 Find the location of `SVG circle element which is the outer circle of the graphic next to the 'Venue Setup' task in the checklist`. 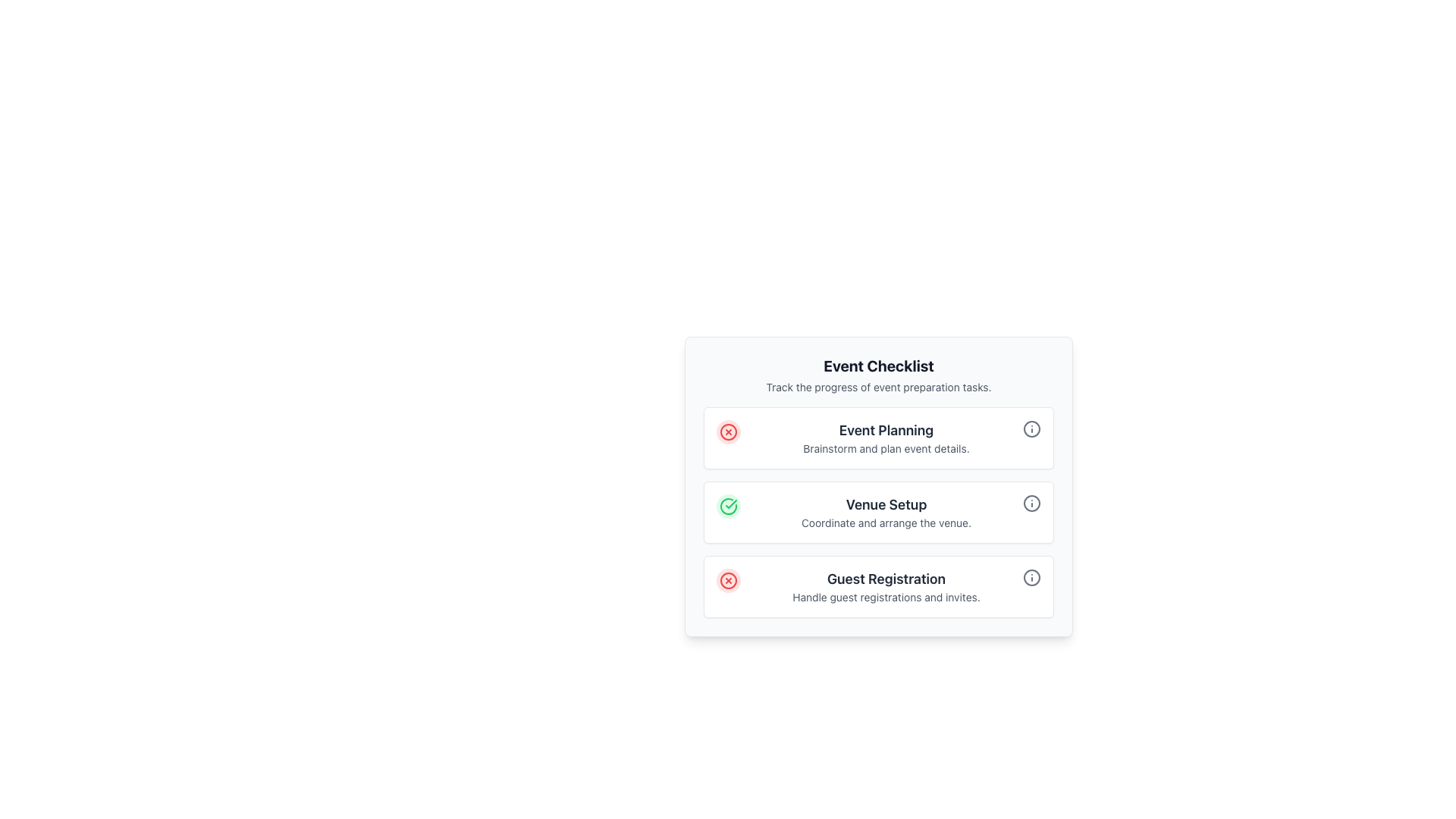

SVG circle element which is the outer circle of the graphic next to the 'Venue Setup' task in the checklist is located at coordinates (1031, 503).